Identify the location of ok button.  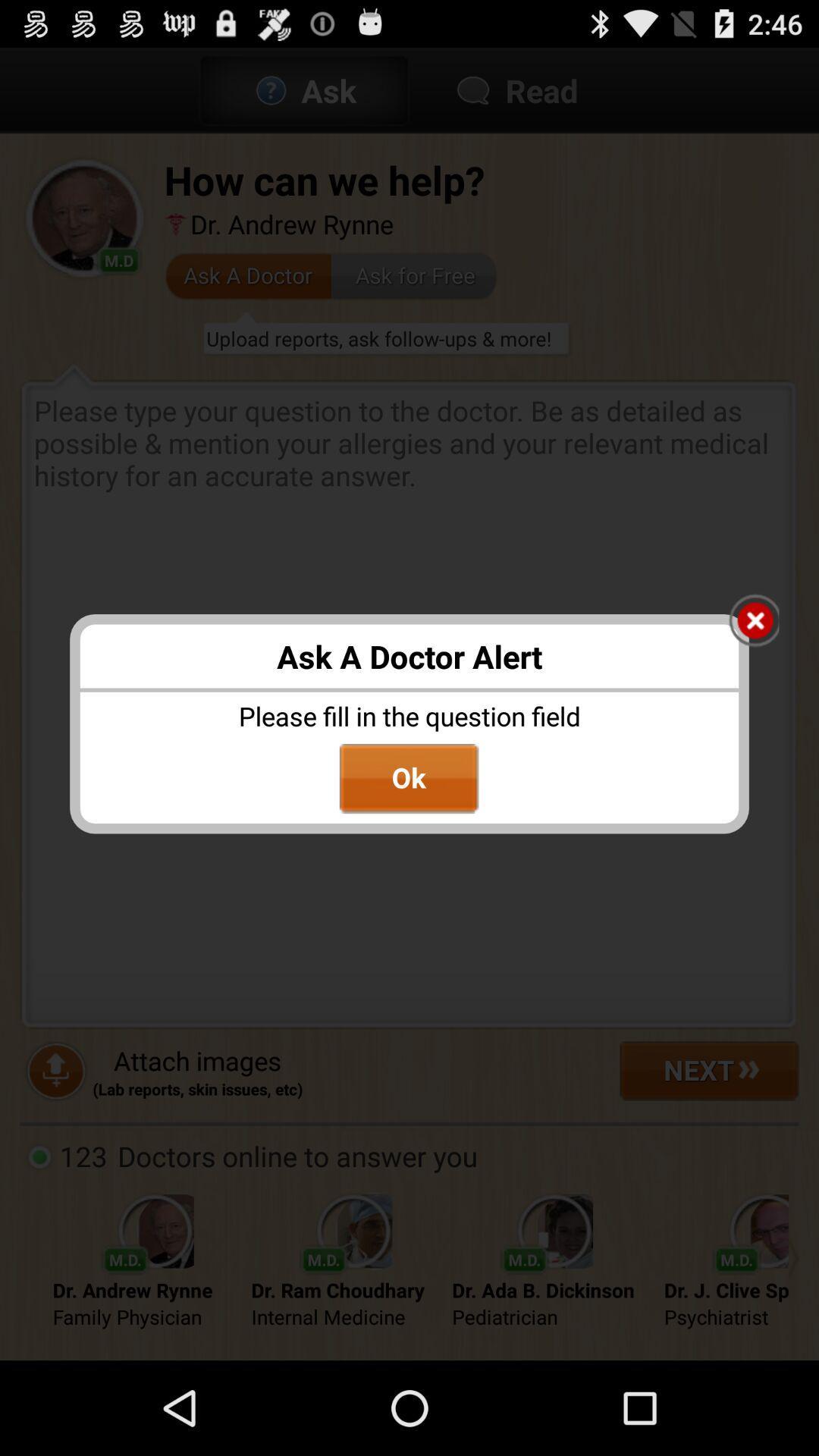
(408, 779).